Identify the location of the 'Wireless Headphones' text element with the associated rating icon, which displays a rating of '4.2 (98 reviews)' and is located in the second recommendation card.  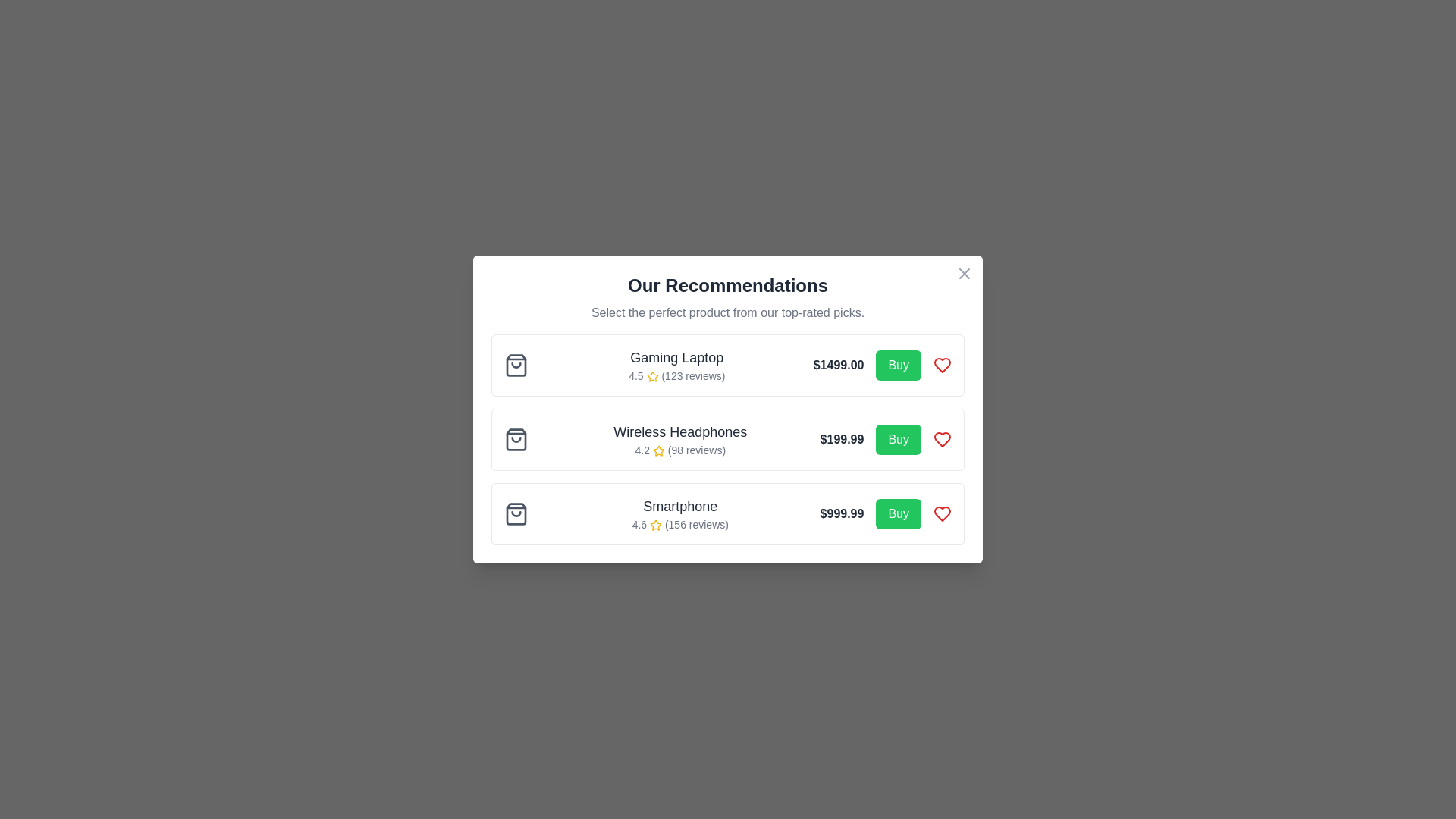
(679, 439).